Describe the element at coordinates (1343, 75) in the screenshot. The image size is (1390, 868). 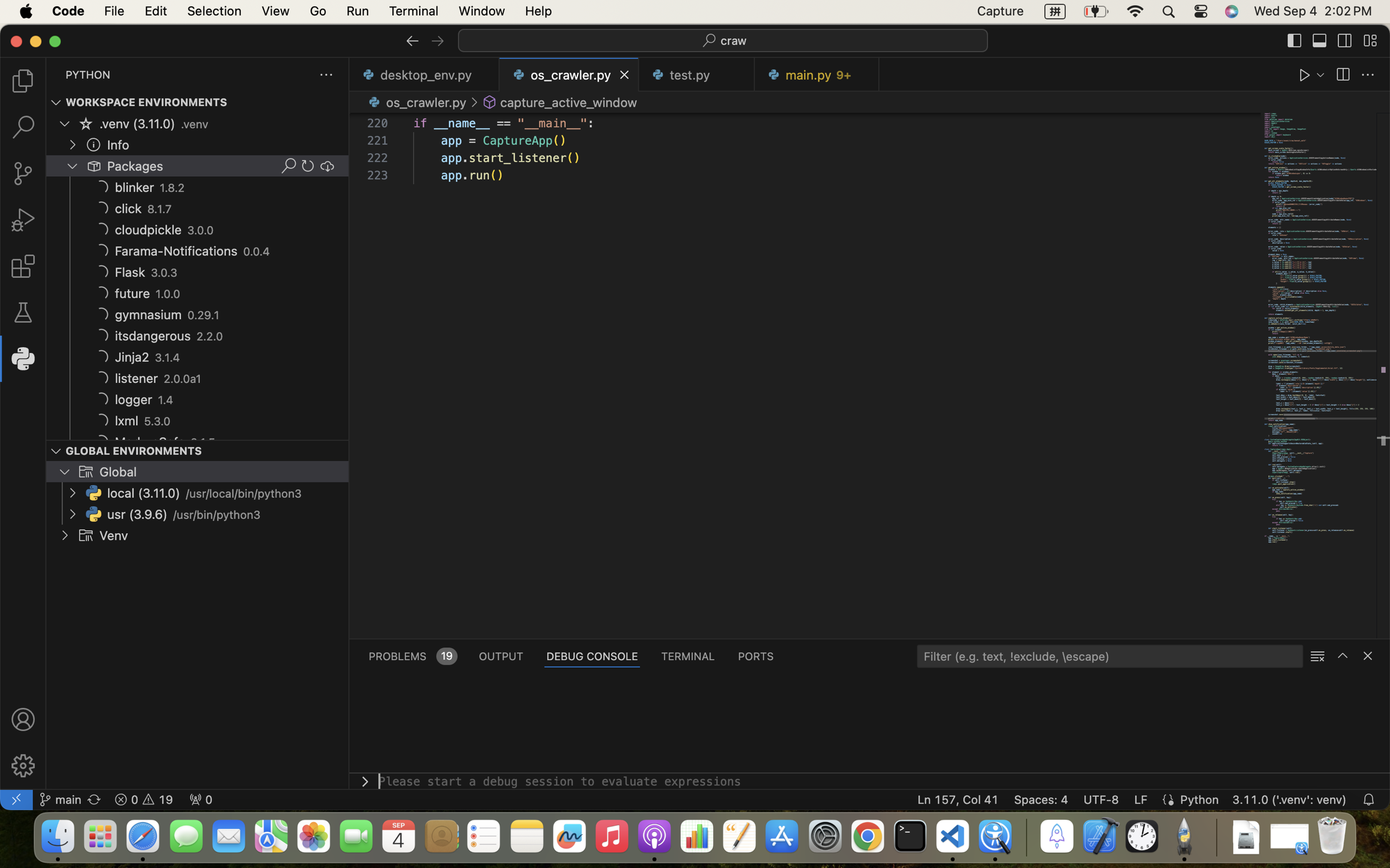
I see `''` at that location.